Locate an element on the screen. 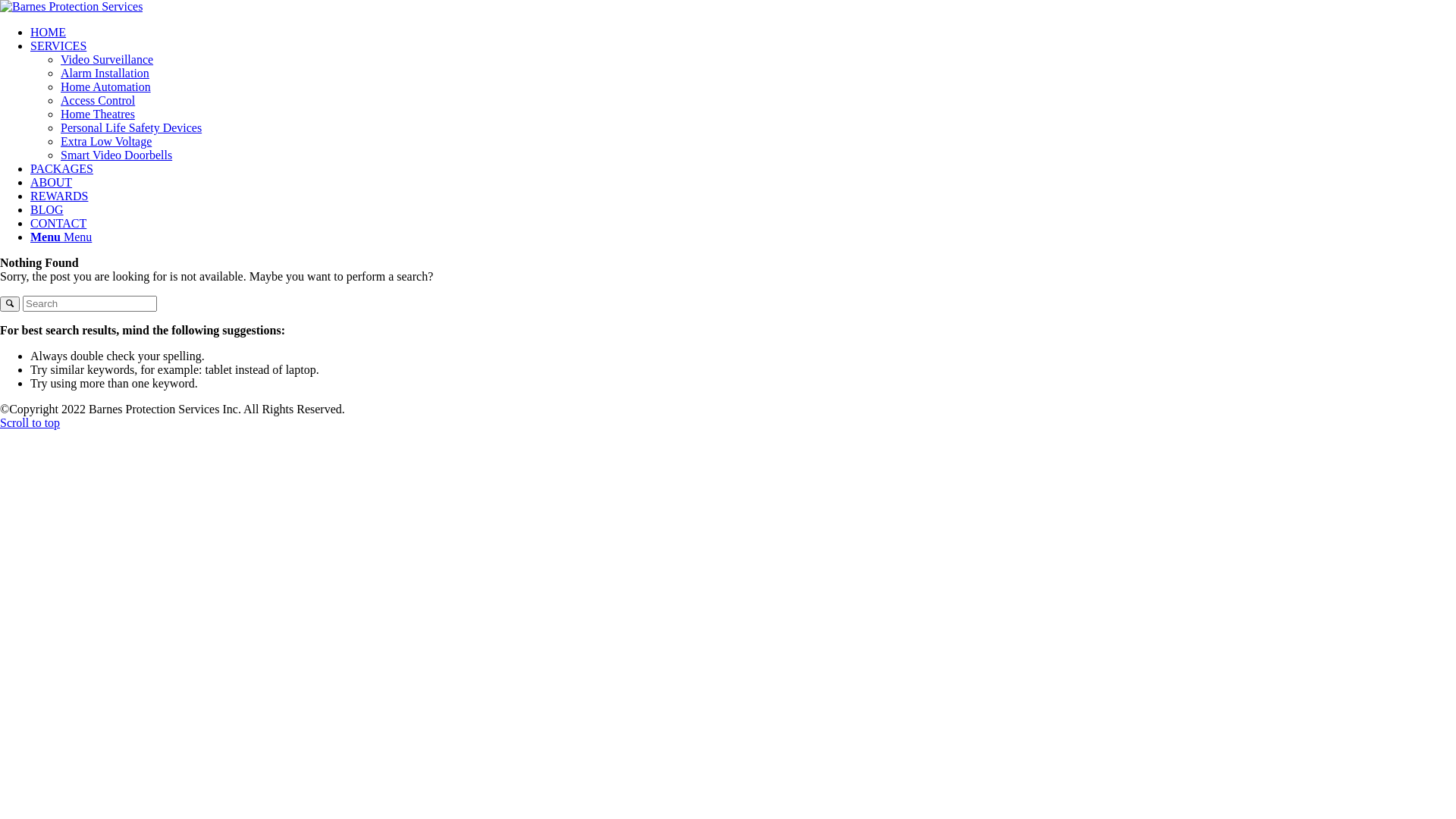 The image size is (1456, 819). 'Access Control' is located at coordinates (97, 100).